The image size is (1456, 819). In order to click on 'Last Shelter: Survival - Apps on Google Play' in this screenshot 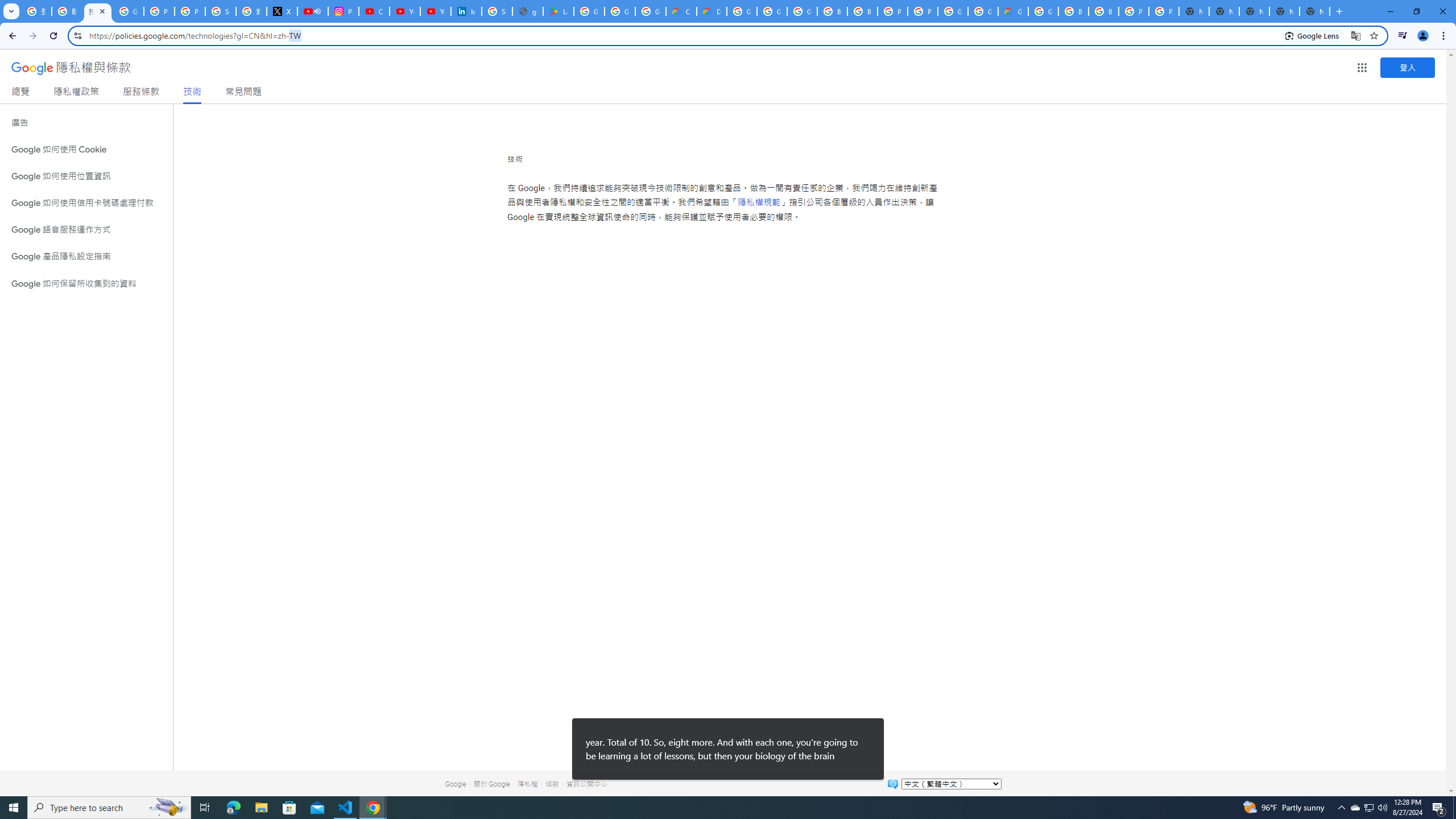, I will do `click(559, 11)`.